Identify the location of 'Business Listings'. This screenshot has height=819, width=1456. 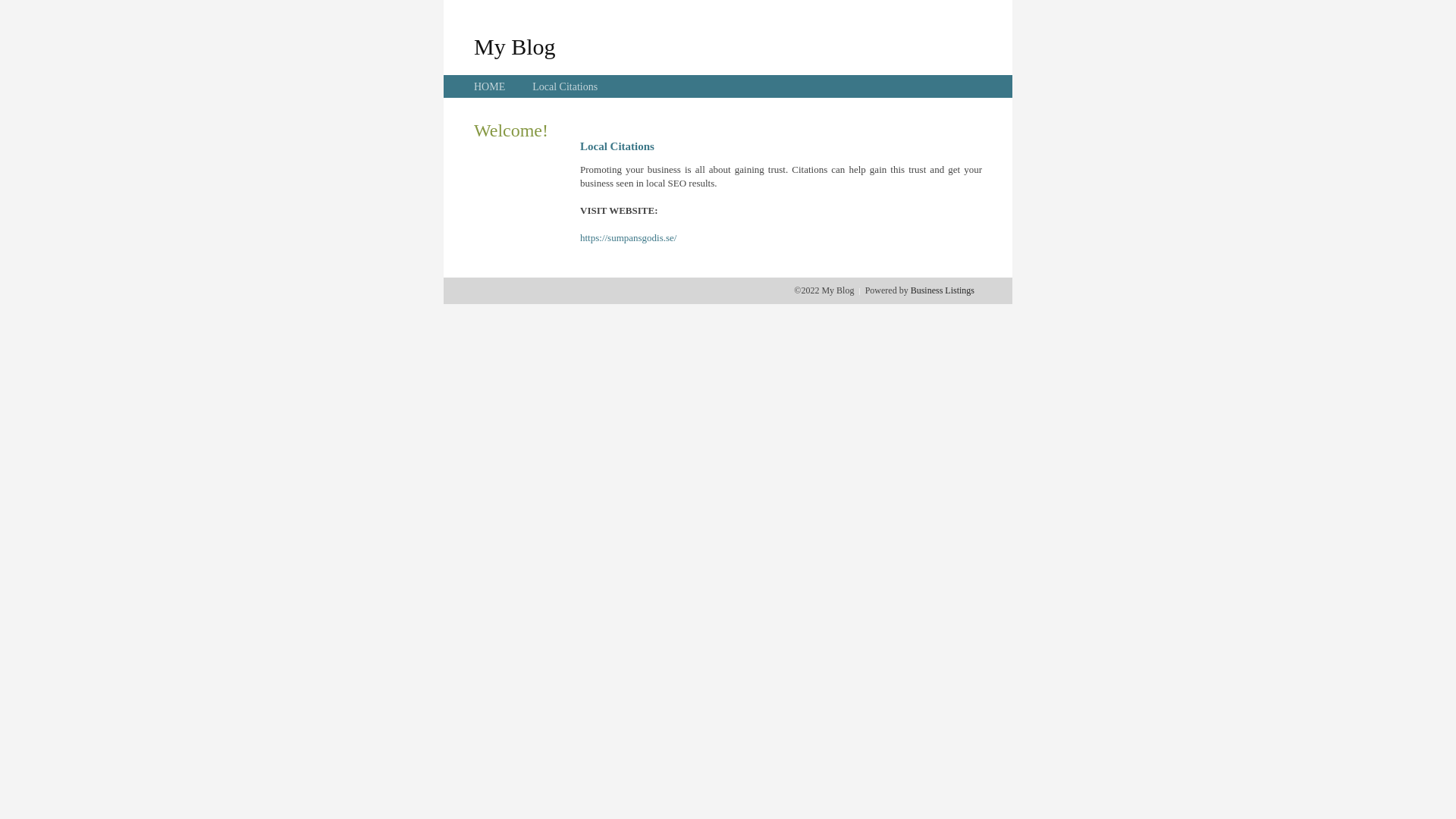
(942, 290).